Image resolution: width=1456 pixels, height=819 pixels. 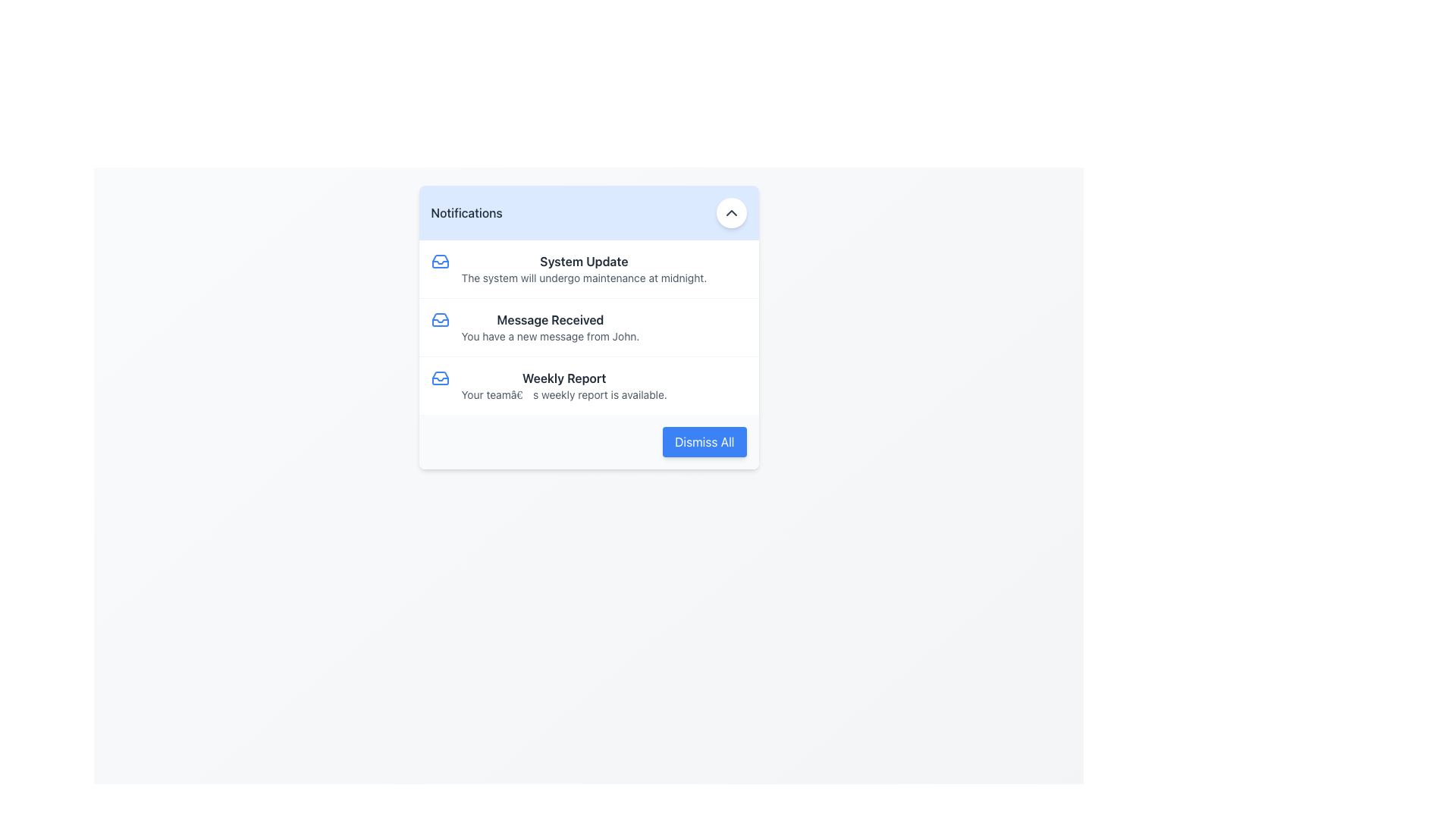 What do you see at coordinates (439, 378) in the screenshot?
I see `the bottom triangular part of the mailbox icon located in the top-left corner of the notification card` at bounding box center [439, 378].